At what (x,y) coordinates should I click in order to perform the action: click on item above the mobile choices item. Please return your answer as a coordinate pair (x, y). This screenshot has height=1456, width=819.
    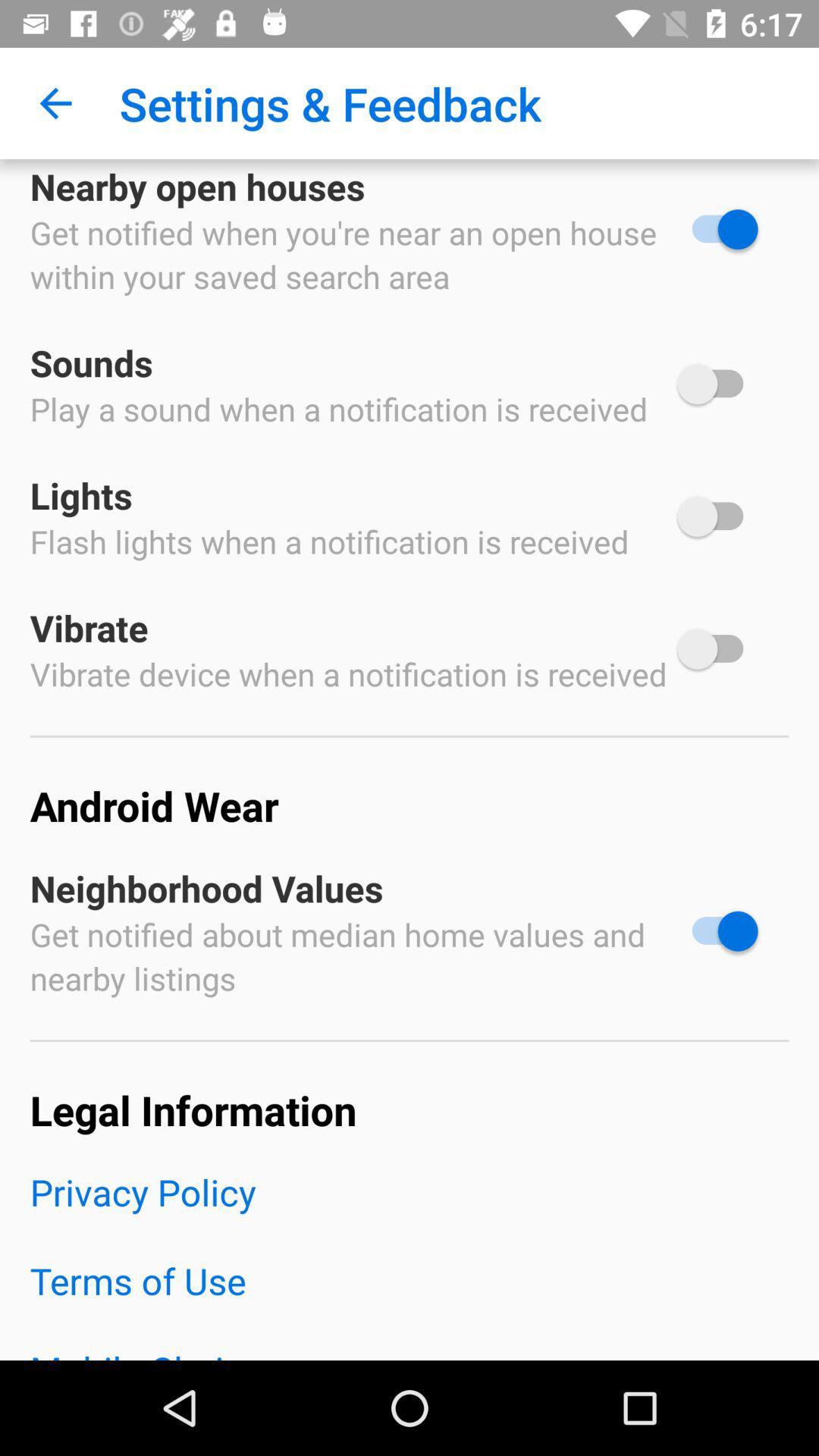
    Looking at the image, I should click on (409, 1300).